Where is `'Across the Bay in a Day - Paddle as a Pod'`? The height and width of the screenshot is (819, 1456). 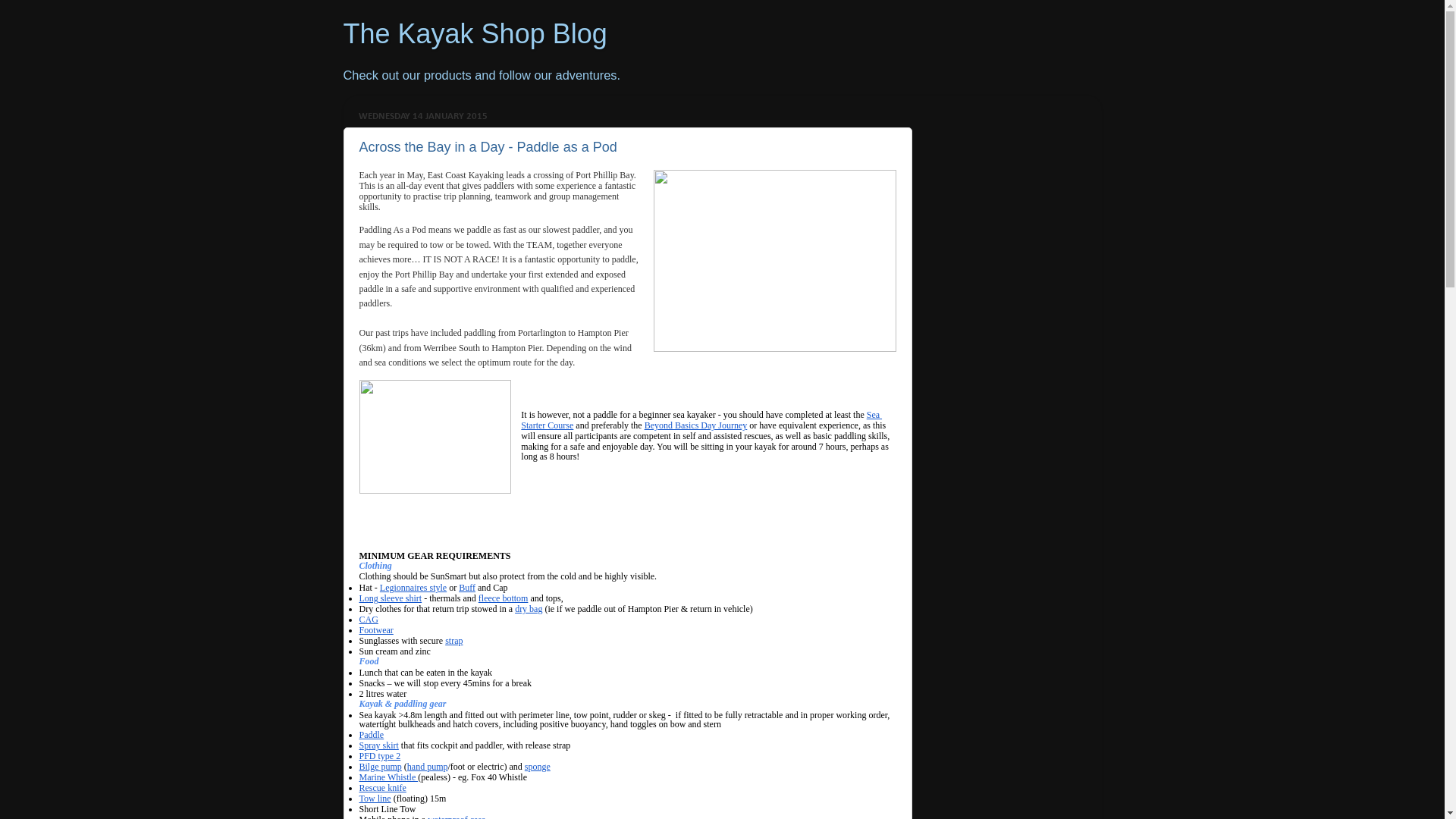
'Across the Bay in a Day - Paddle as a Pod' is located at coordinates (488, 146).